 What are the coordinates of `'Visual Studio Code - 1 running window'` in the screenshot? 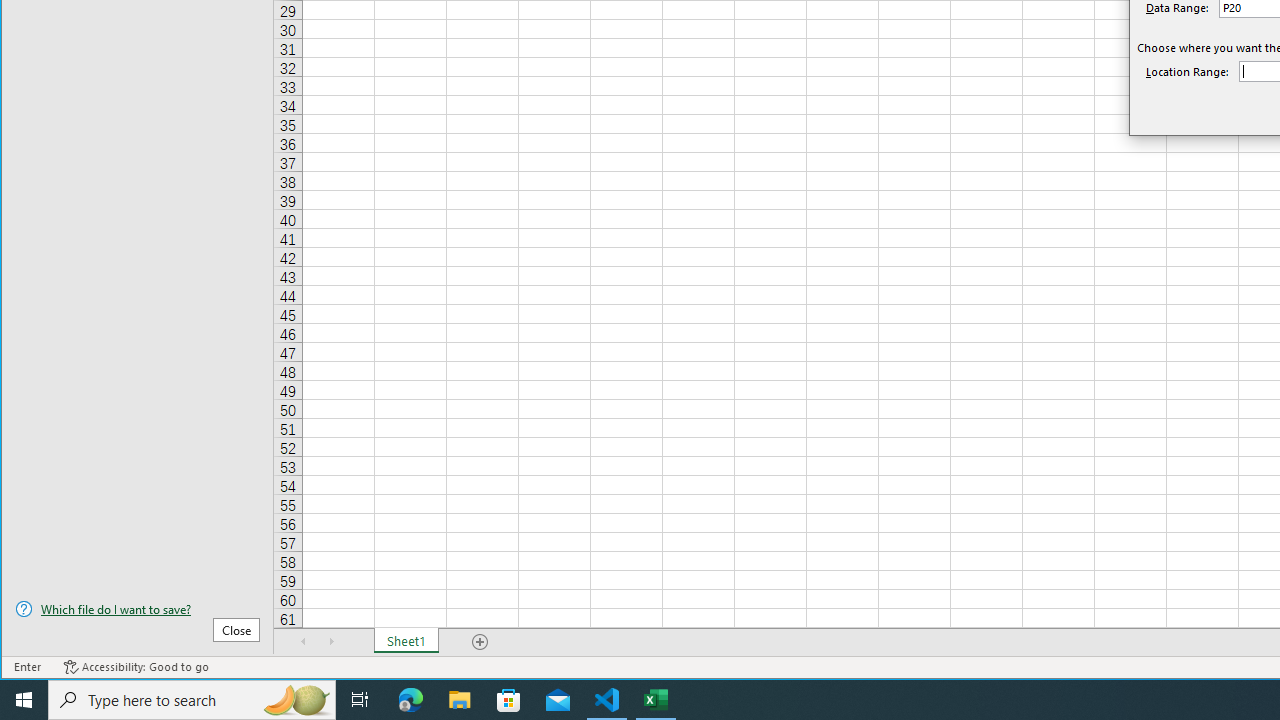 It's located at (606, 698).